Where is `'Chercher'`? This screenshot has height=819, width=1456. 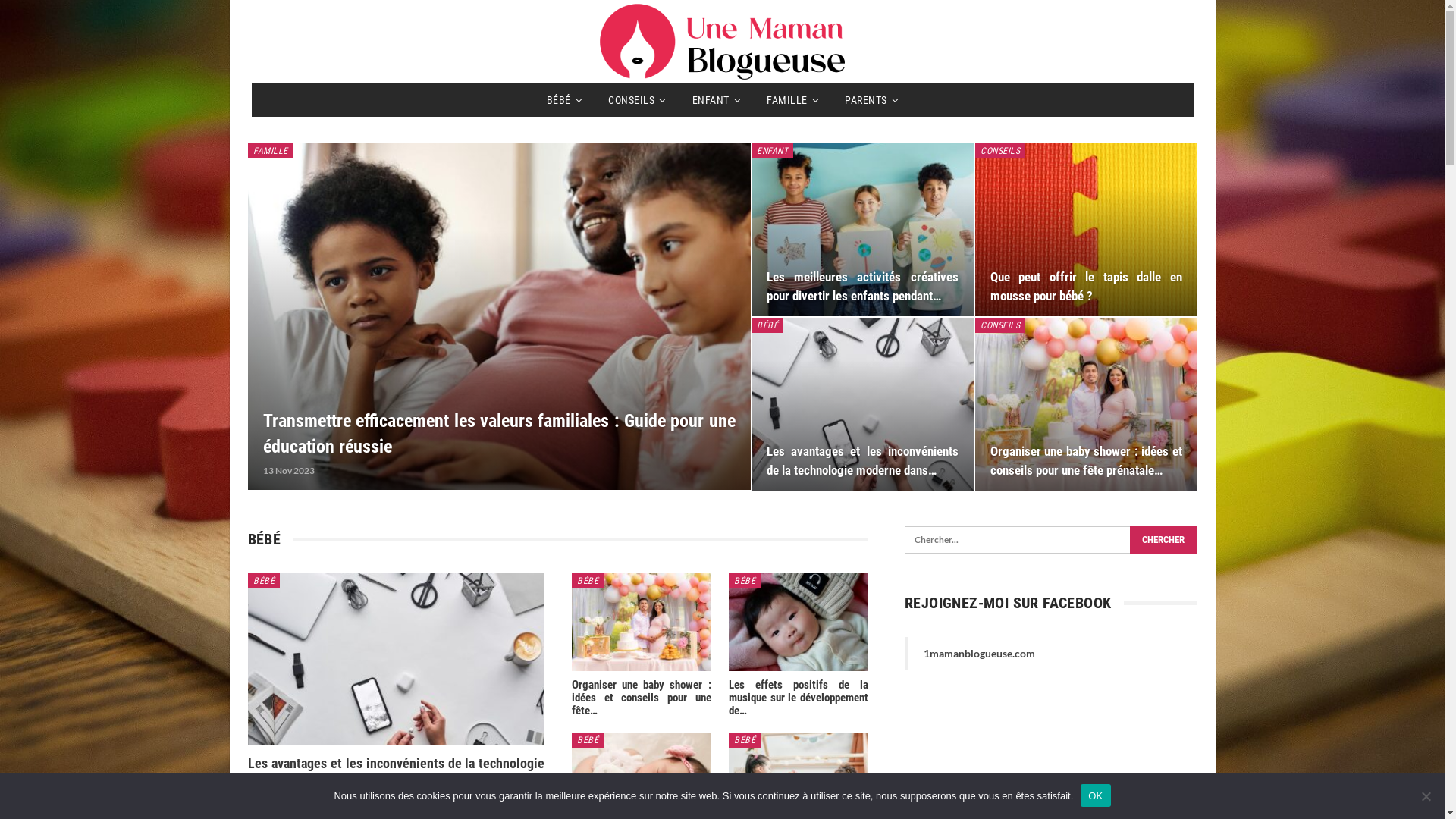 'Chercher' is located at coordinates (1163, 539).